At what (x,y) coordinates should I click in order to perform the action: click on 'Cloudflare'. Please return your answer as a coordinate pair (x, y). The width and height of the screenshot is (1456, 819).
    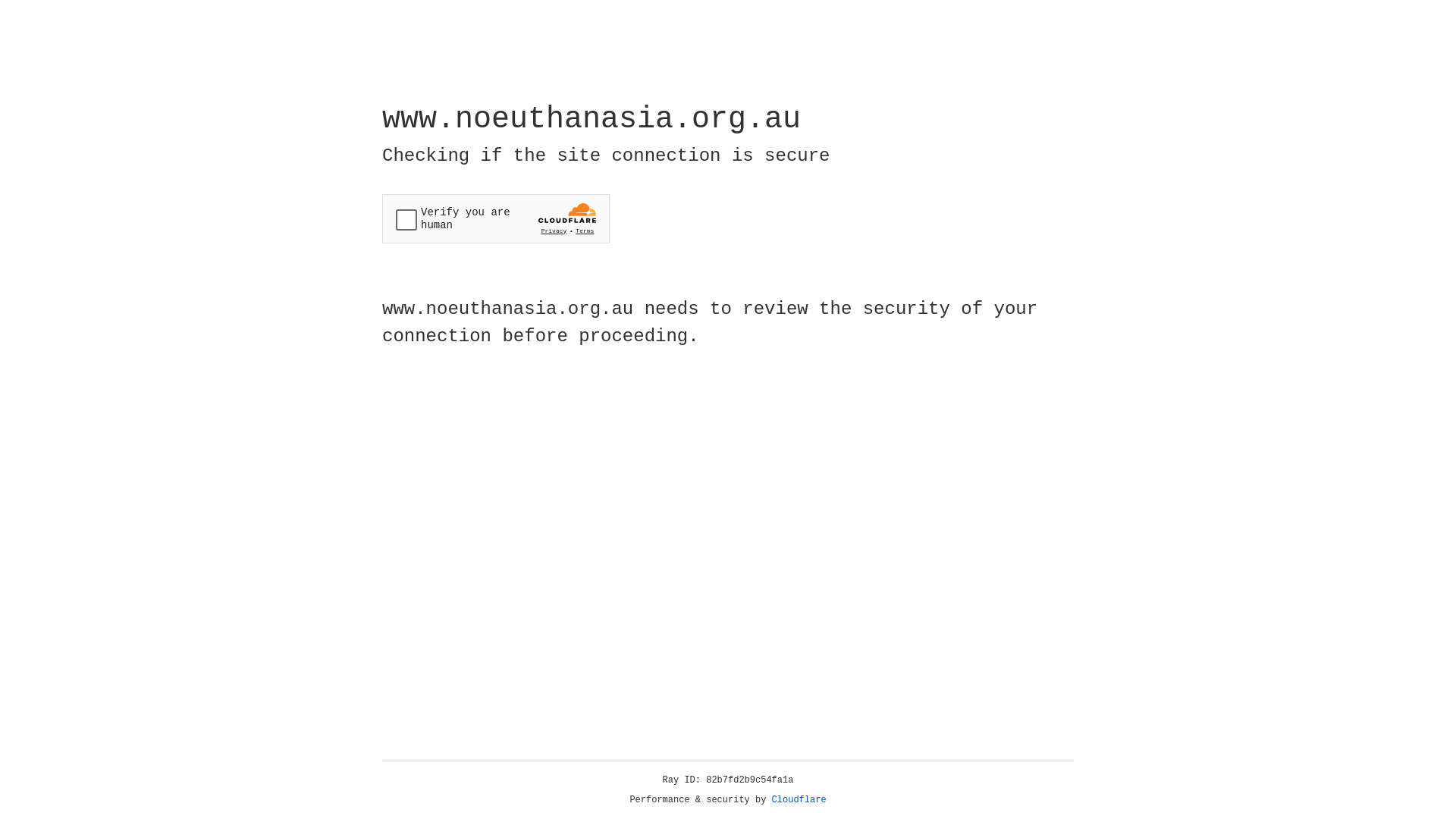
    Looking at the image, I should click on (799, 799).